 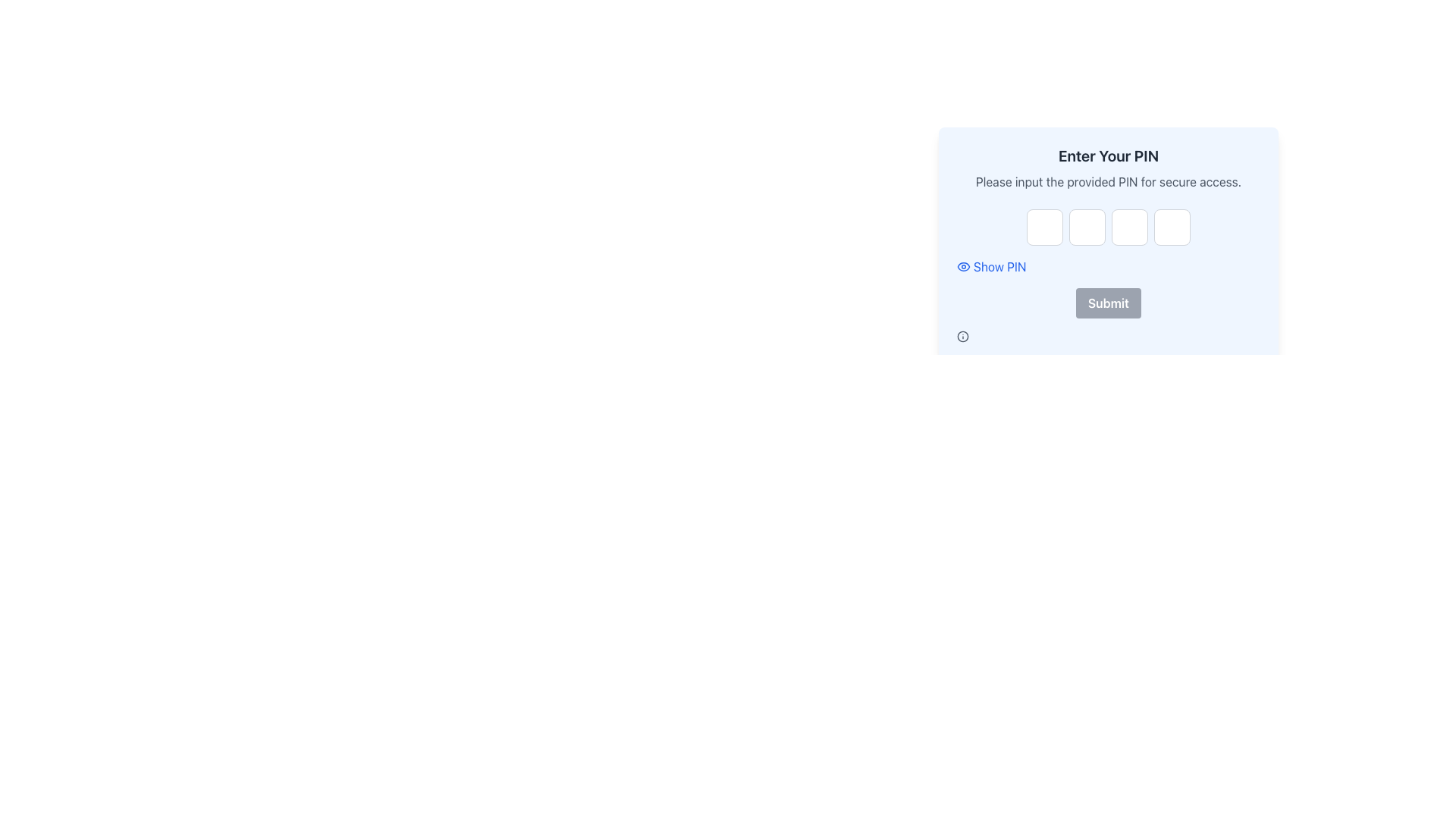 I want to click on the third password input field with a light grey border and blue focus ring to focus it, so click(x=1129, y=227).